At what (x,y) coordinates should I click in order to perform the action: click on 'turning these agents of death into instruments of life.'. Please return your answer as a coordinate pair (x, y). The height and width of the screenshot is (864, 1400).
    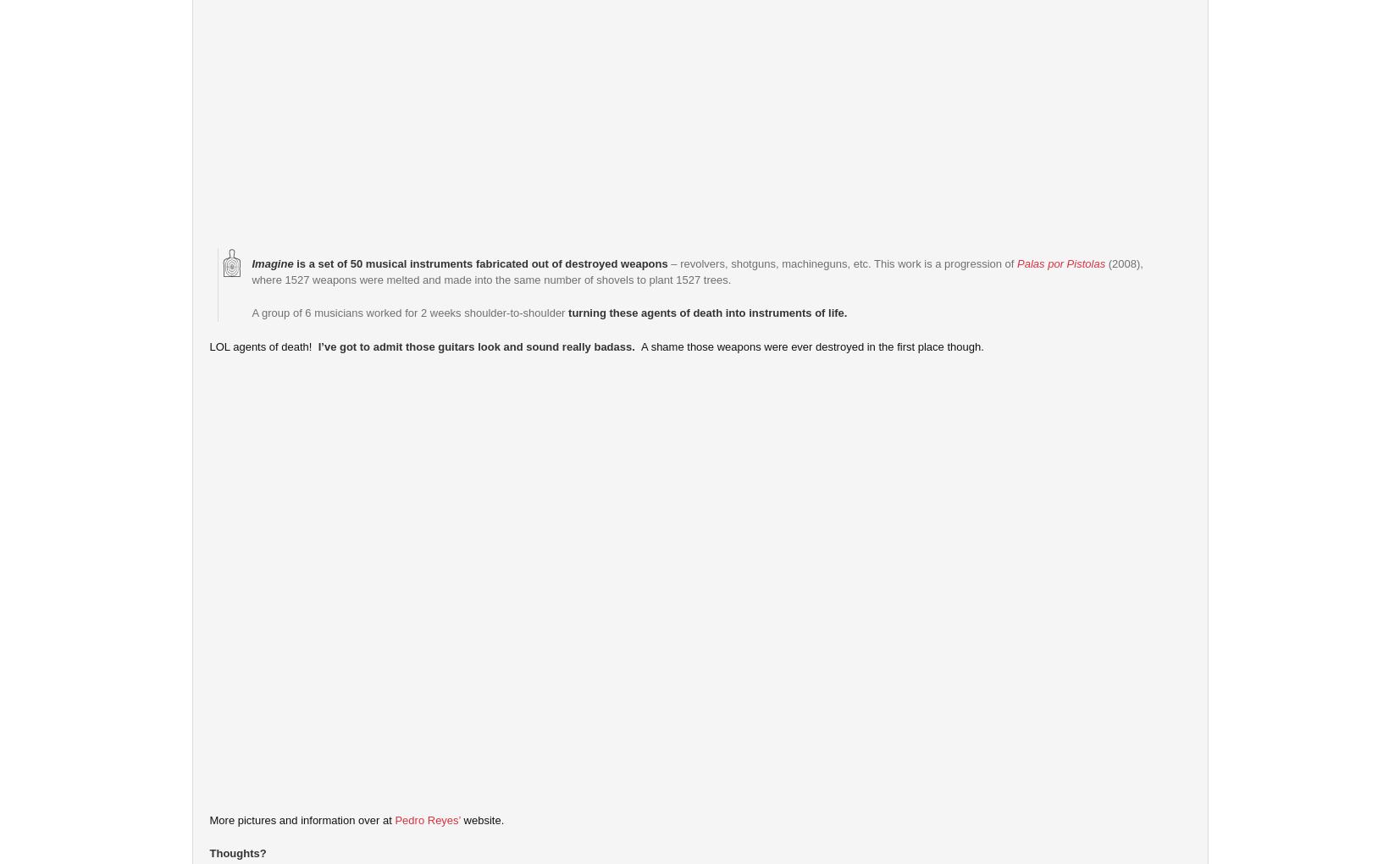
    Looking at the image, I should click on (707, 312).